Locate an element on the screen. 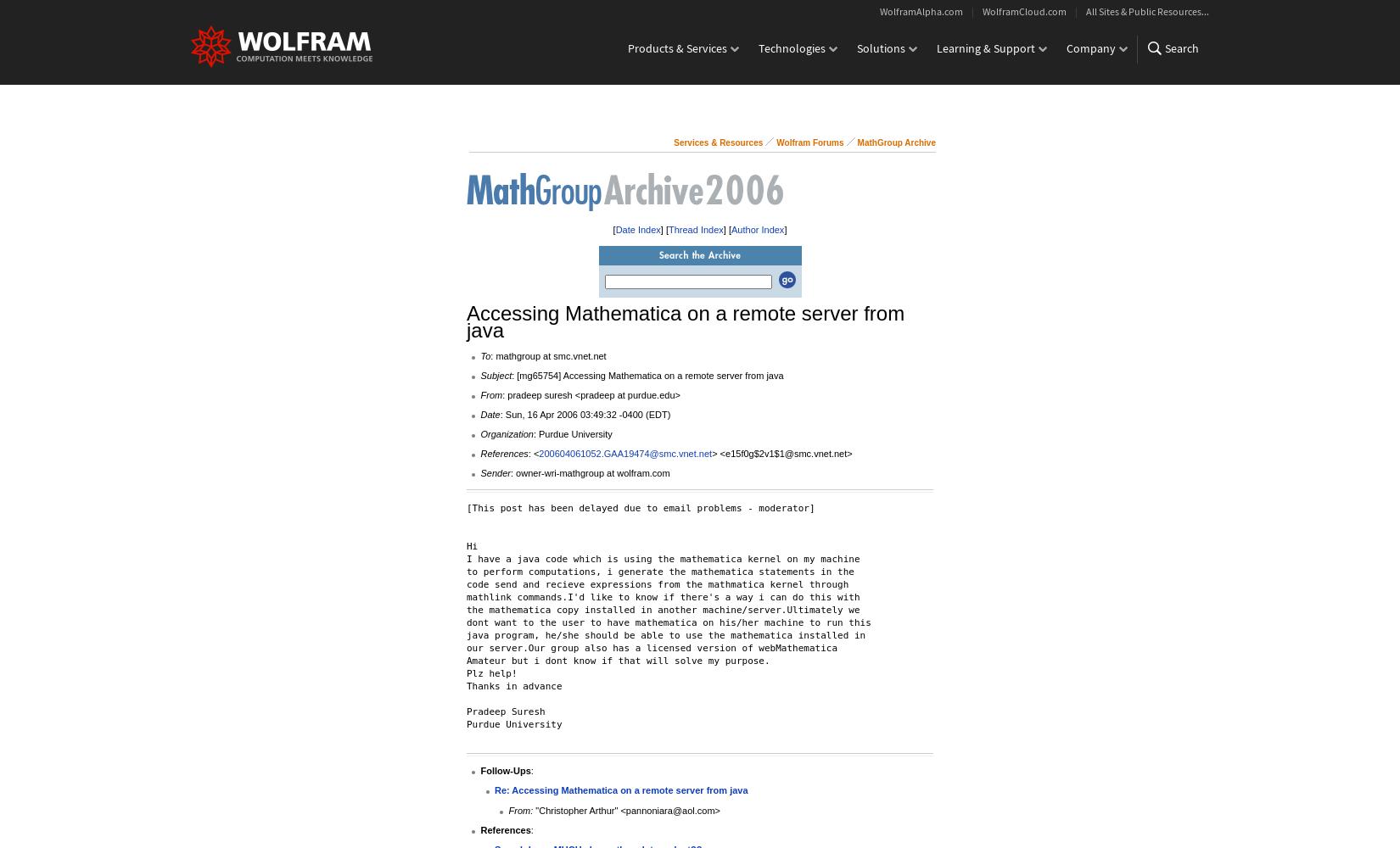 This screenshot has height=848, width=1400. ': owner-wri-mathgroup at wolfram.com' is located at coordinates (588, 473).